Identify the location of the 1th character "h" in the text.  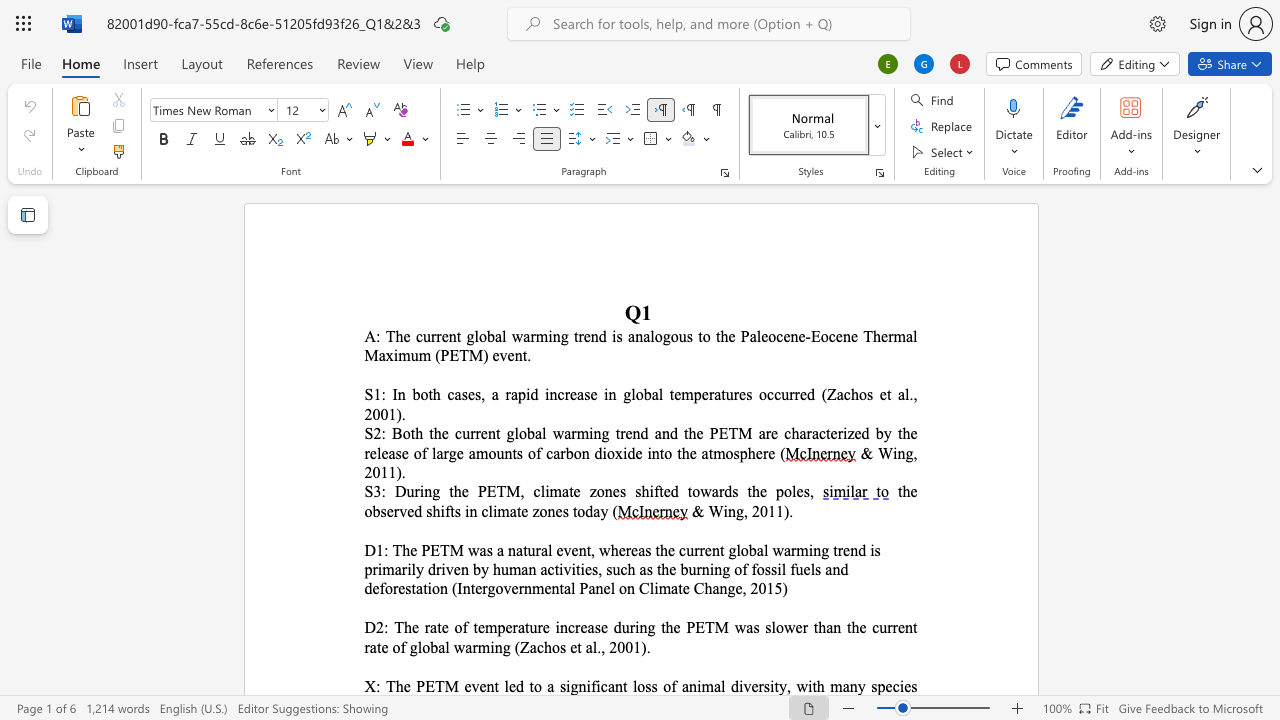
(435, 394).